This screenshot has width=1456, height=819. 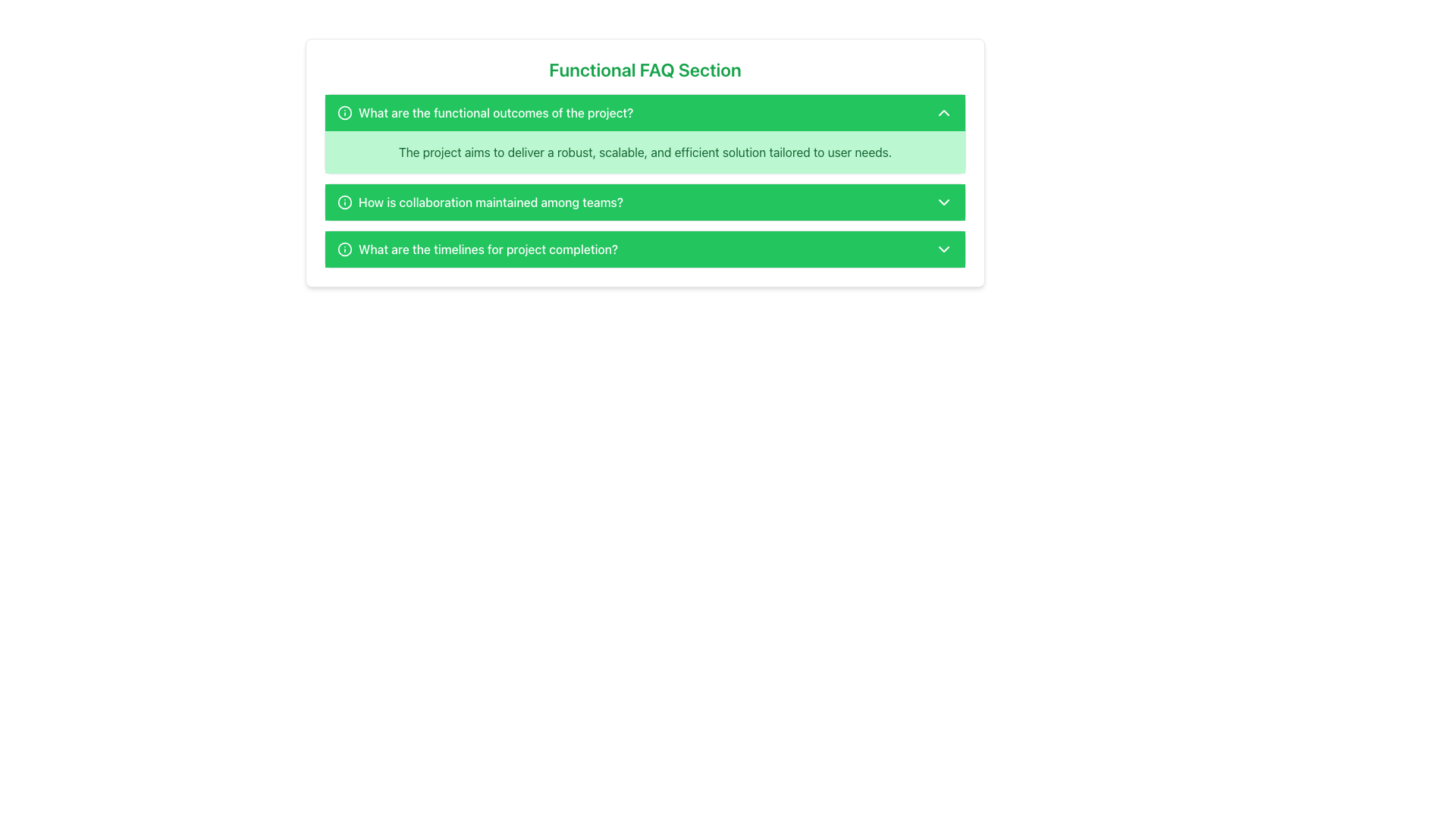 What do you see at coordinates (344, 201) in the screenshot?
I see `the information icon component located near the left side of the FAQ section, adjacent to the question 'How is collaboration maintained among teams?'` at bounding box center [344, 201].